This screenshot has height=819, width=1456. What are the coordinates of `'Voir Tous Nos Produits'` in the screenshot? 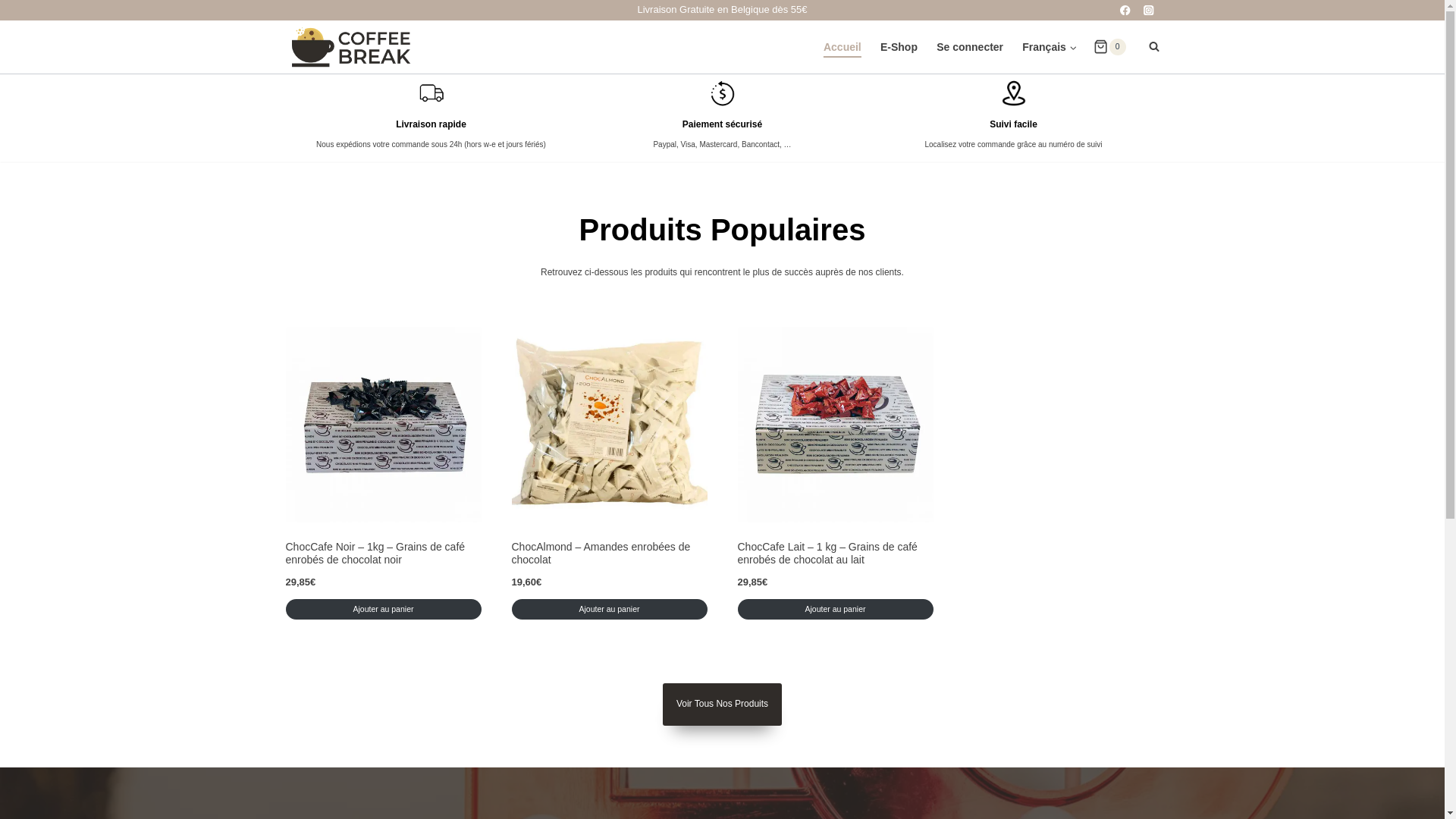 It's located at (721, 704).